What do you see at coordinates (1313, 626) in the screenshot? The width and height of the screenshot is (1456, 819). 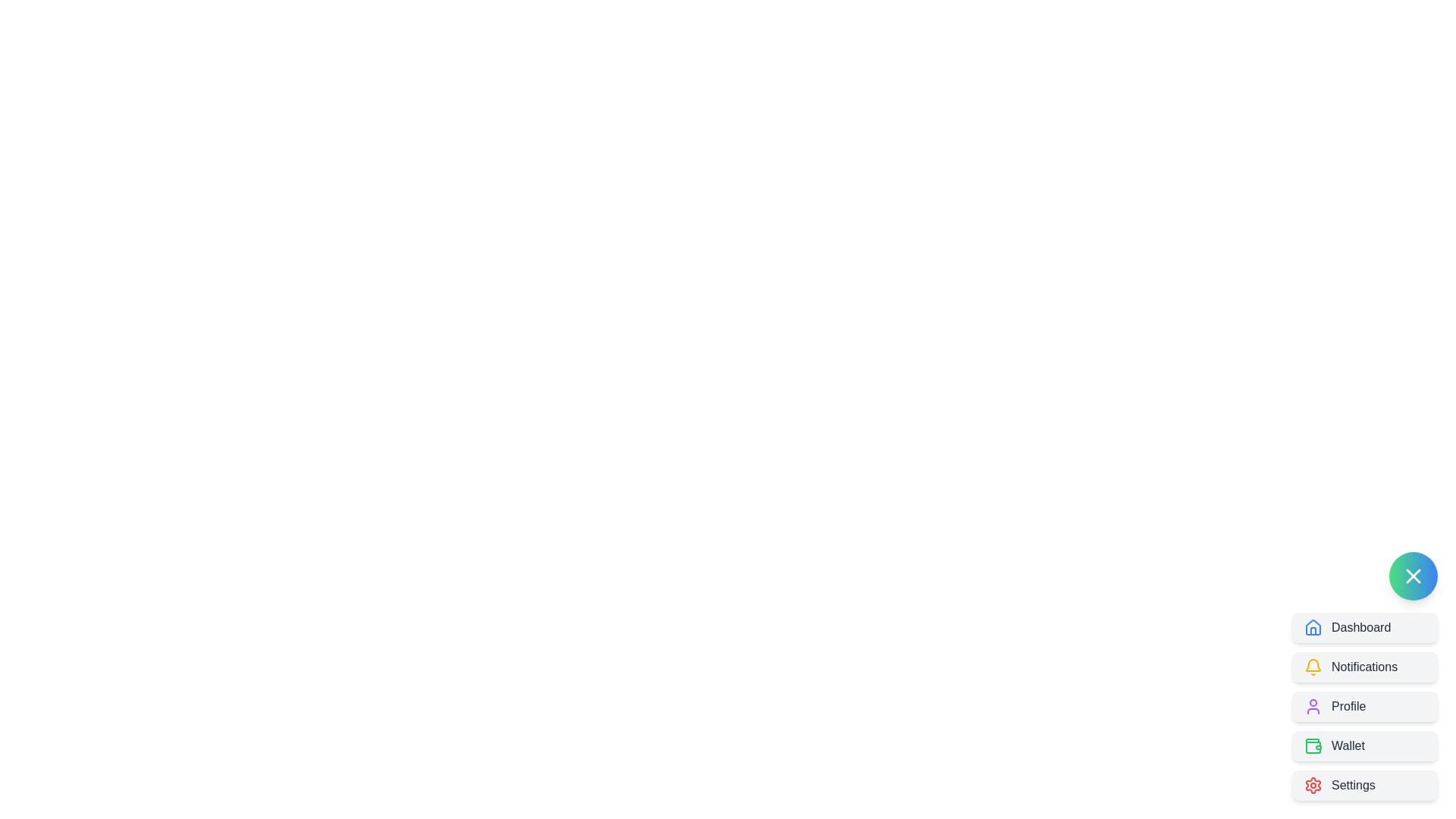 I see `the visual representation of the 'Dashboard' Icon located in the top left corner of the 'Dashboard' button in the vertical navigation menu` at bounding box center [1313, 626].